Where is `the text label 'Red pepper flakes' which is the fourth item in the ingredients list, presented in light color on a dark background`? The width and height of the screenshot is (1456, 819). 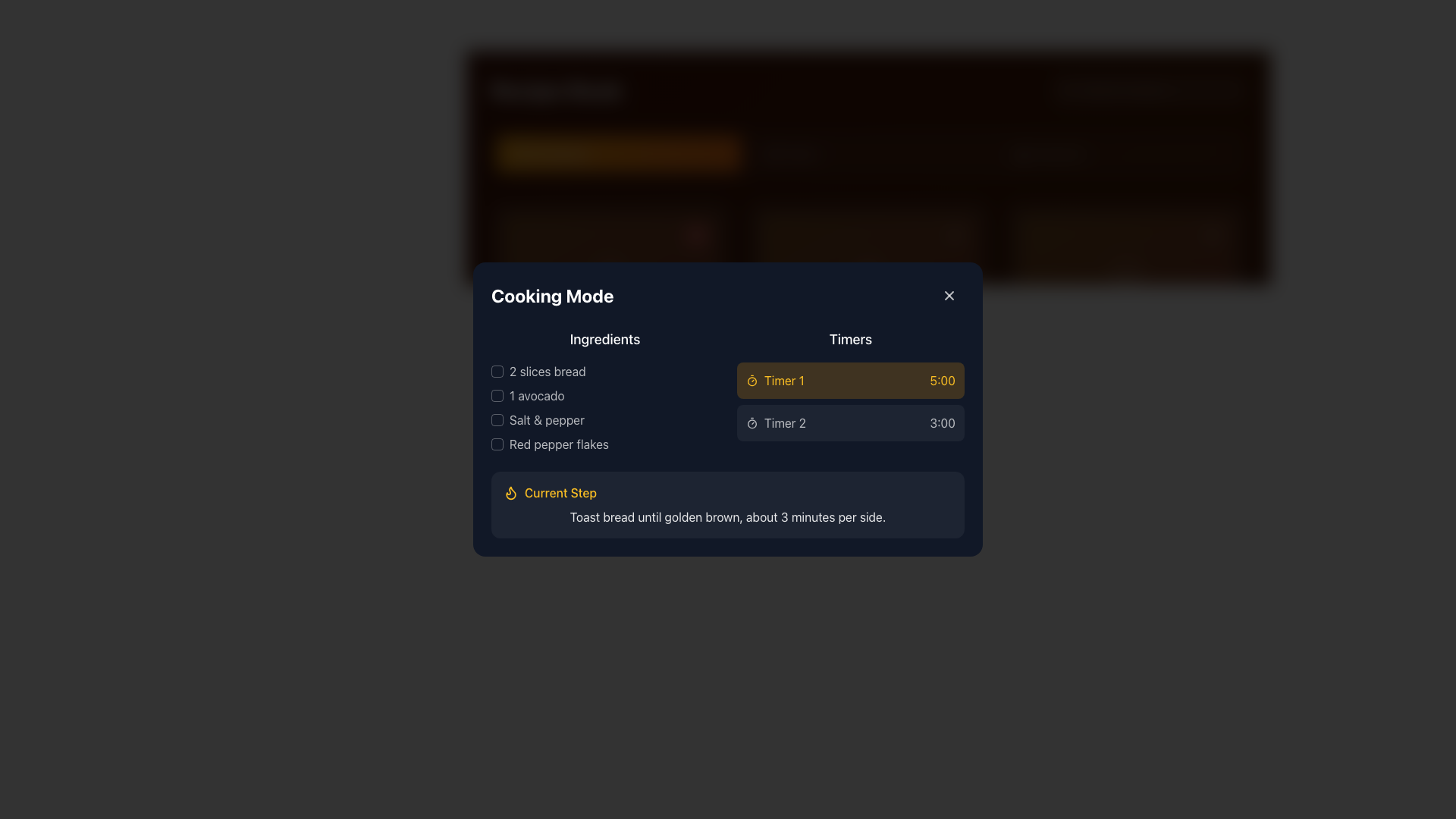 the text label 'Red pepper flakes' which is the fourth item in the ingredients list, presented in light color on a dark background is located at coordinates (604, 444).